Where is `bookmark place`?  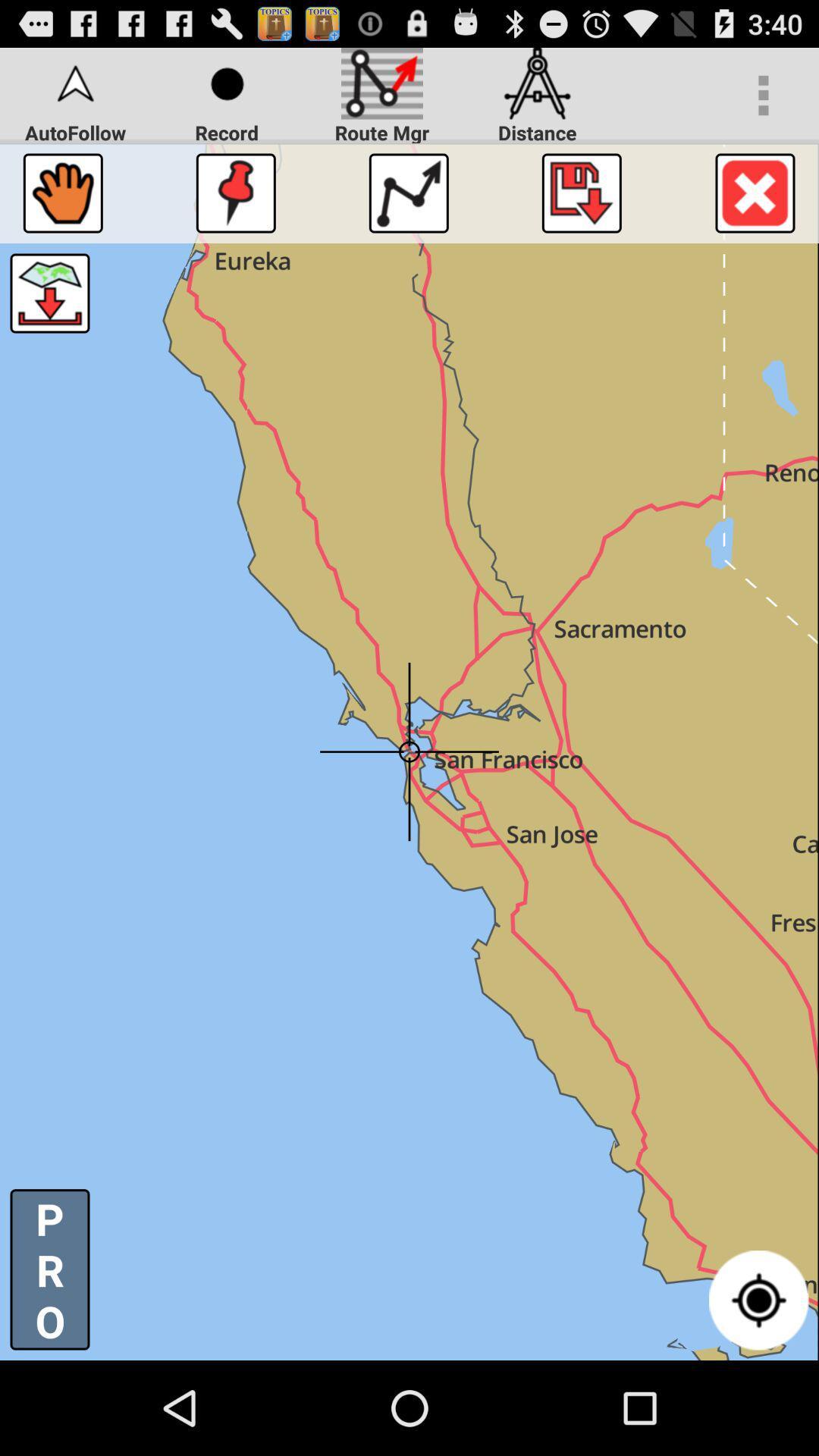 bookmark place is located at coordinates (236, 192).